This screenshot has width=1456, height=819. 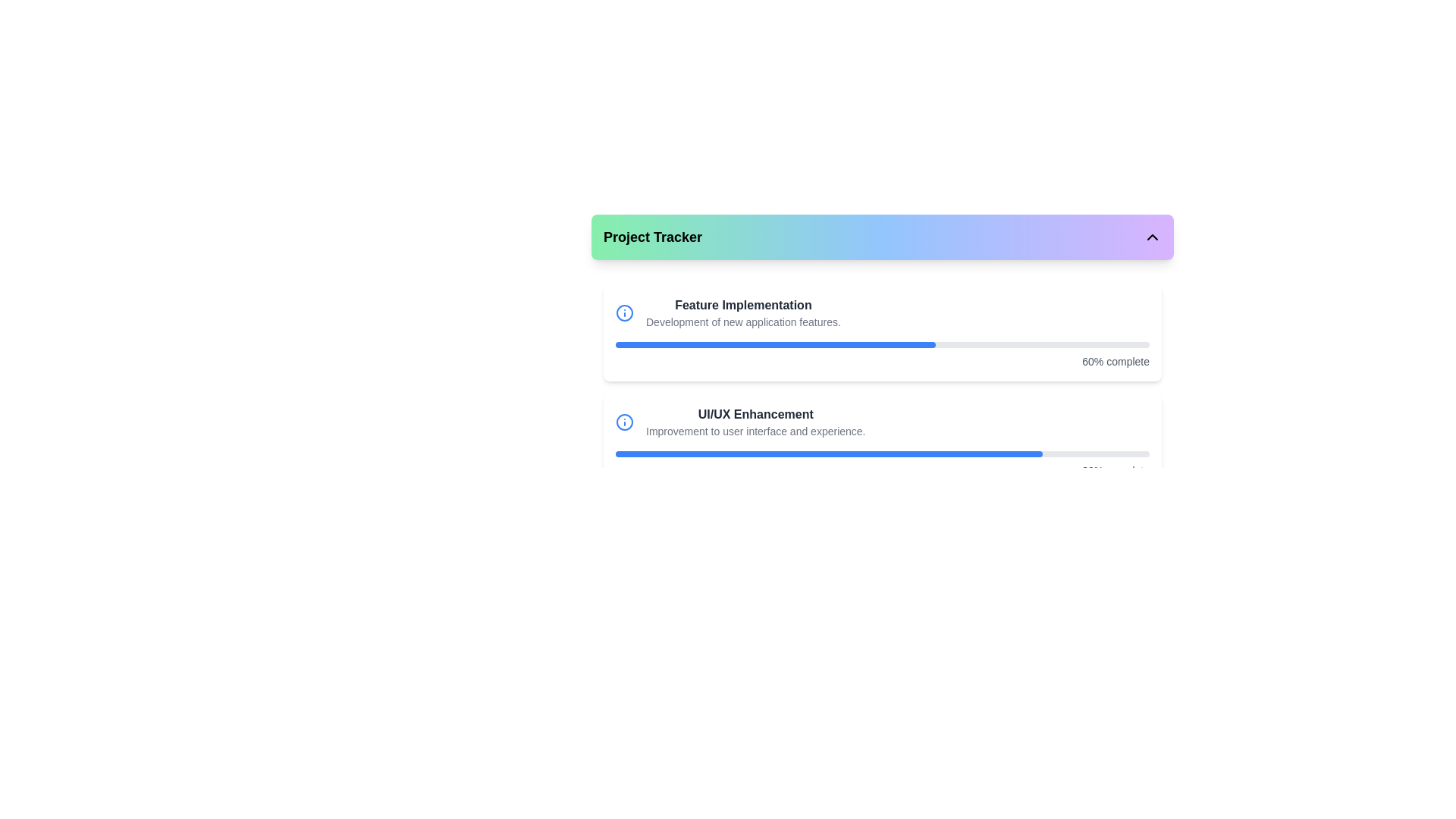 What do you see at coordinates (755, 415) in the screenshot?
I see `the Text block (heading) that serves as a title for the section labeled 'Improvement to user interface and experience.'` at bounding box center [755, 415].